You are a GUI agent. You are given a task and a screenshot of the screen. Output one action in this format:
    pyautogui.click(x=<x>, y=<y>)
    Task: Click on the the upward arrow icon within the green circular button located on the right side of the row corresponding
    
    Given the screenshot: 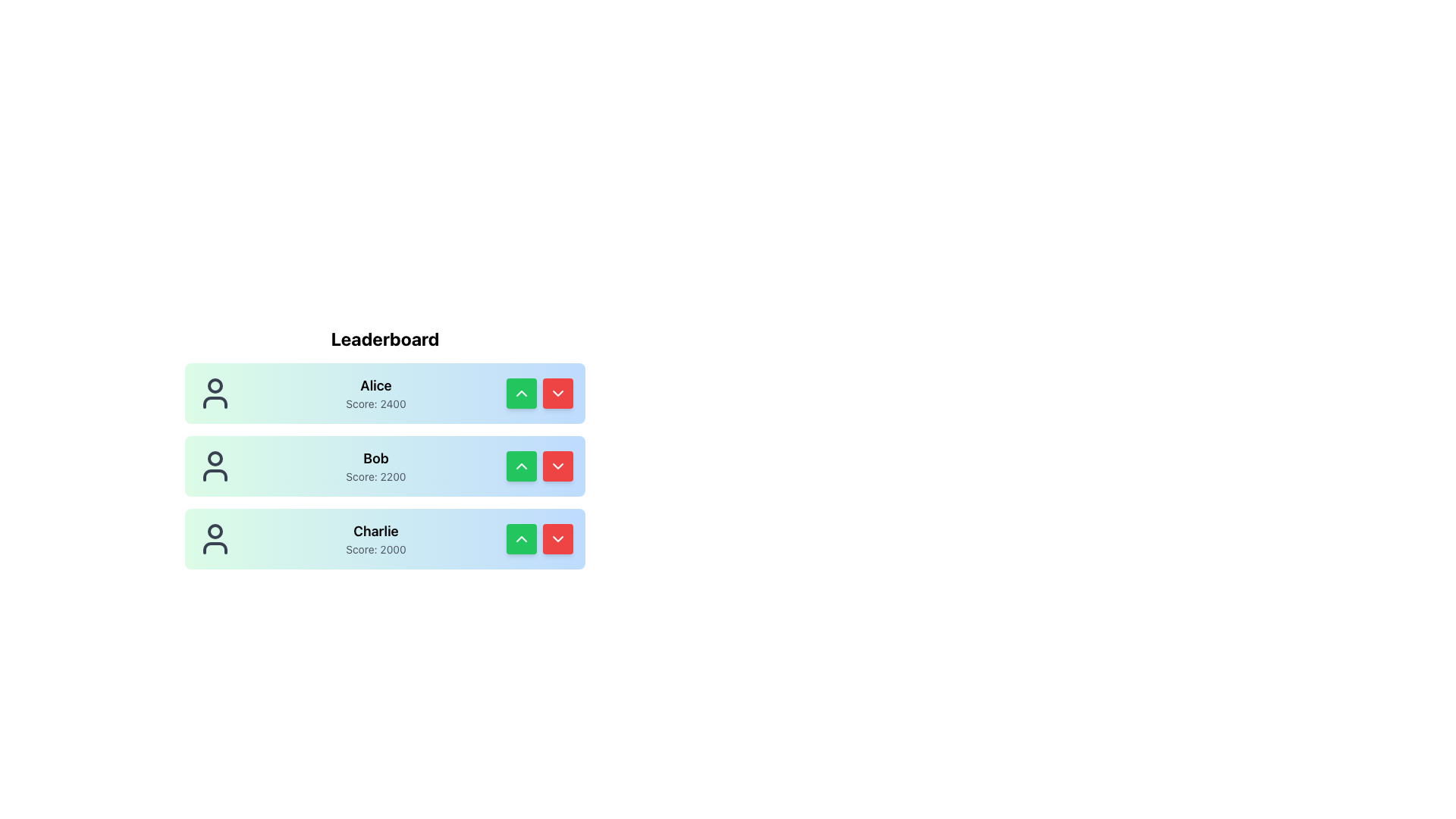 What is the action you would take?
    pyautogui.click(x=521, y=393)
    